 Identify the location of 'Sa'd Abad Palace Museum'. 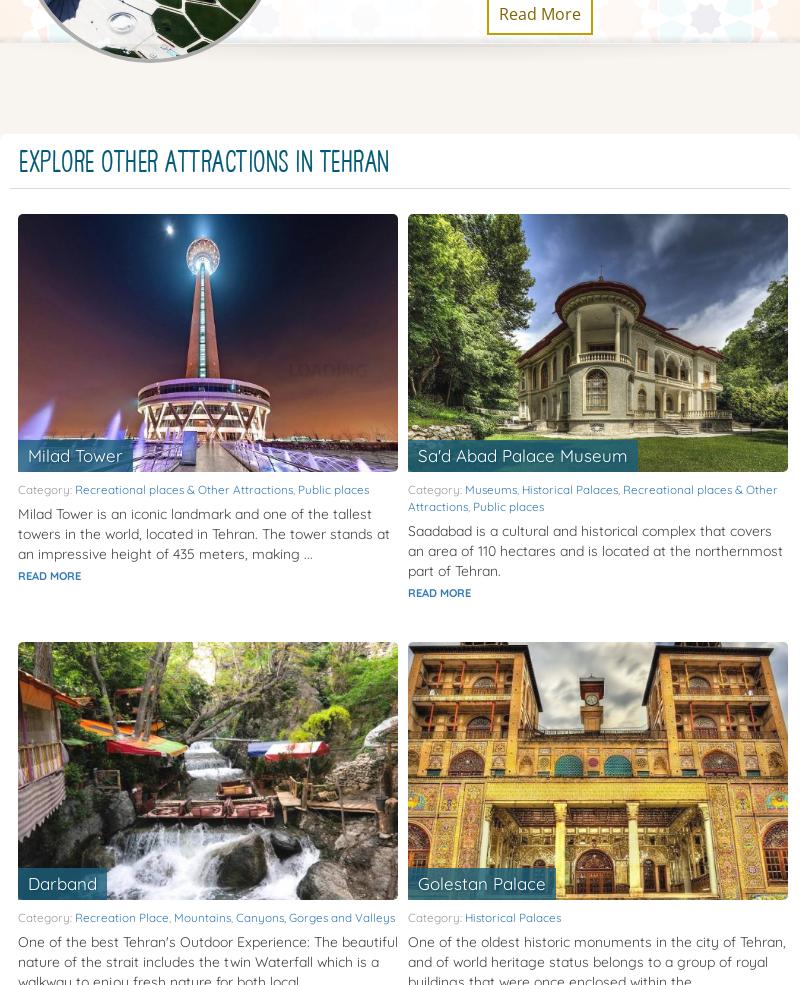
(418, 454).